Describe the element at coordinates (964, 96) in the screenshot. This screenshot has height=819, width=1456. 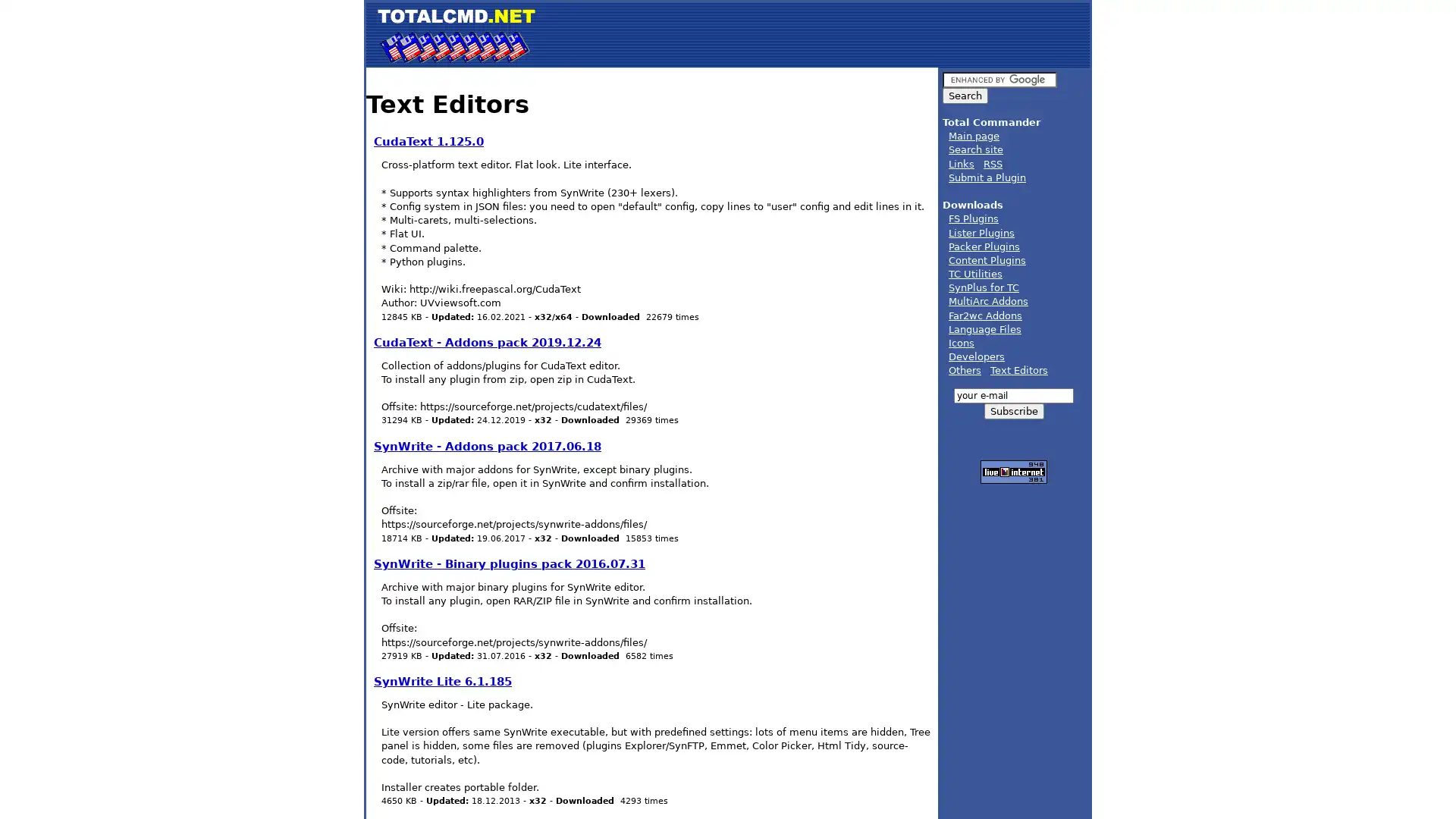
I see `Search` at that location.